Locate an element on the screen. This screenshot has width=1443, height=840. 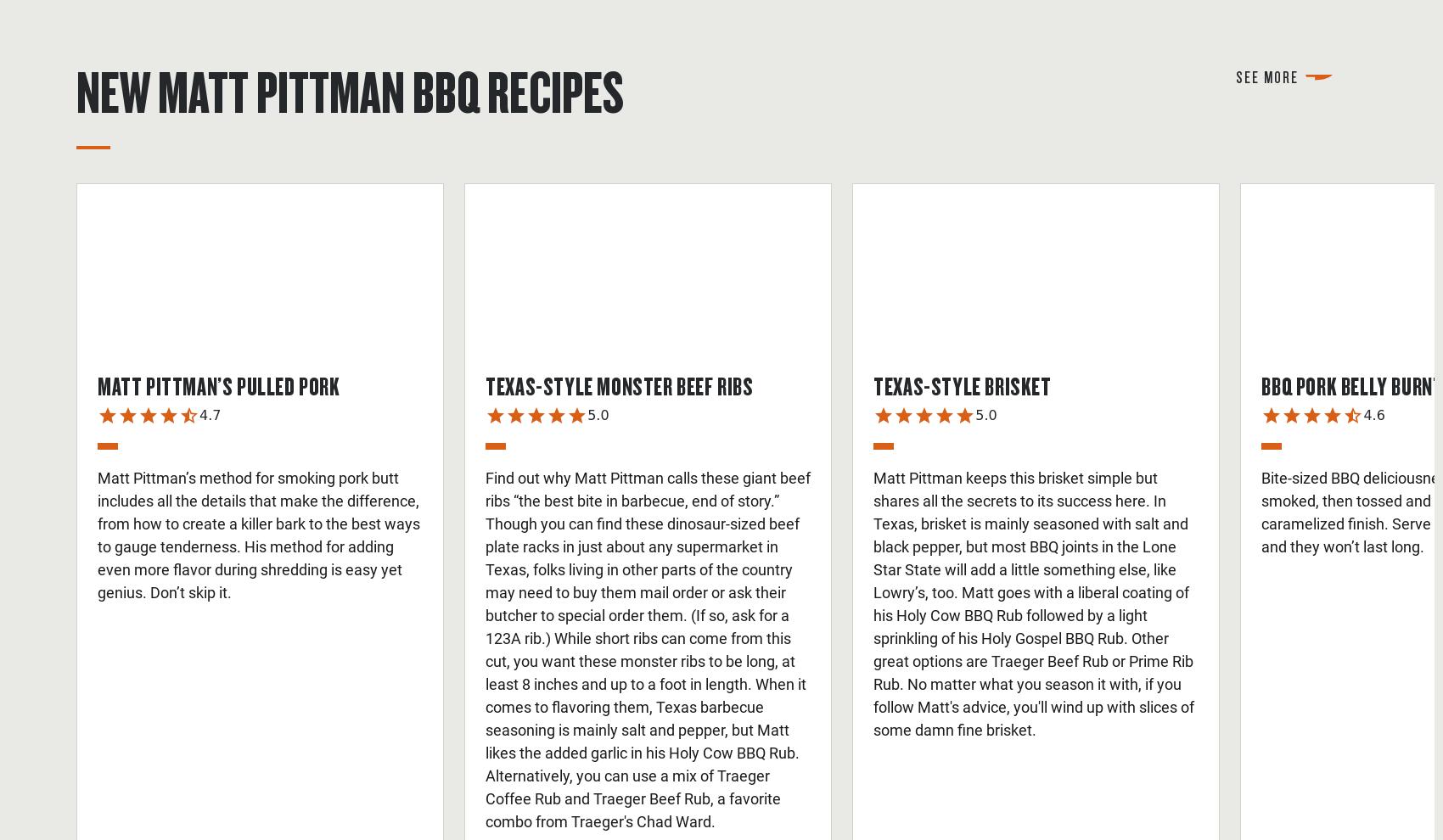
'New Matt Pittman BBQ Recipes' is located at coordinates (349, 89).